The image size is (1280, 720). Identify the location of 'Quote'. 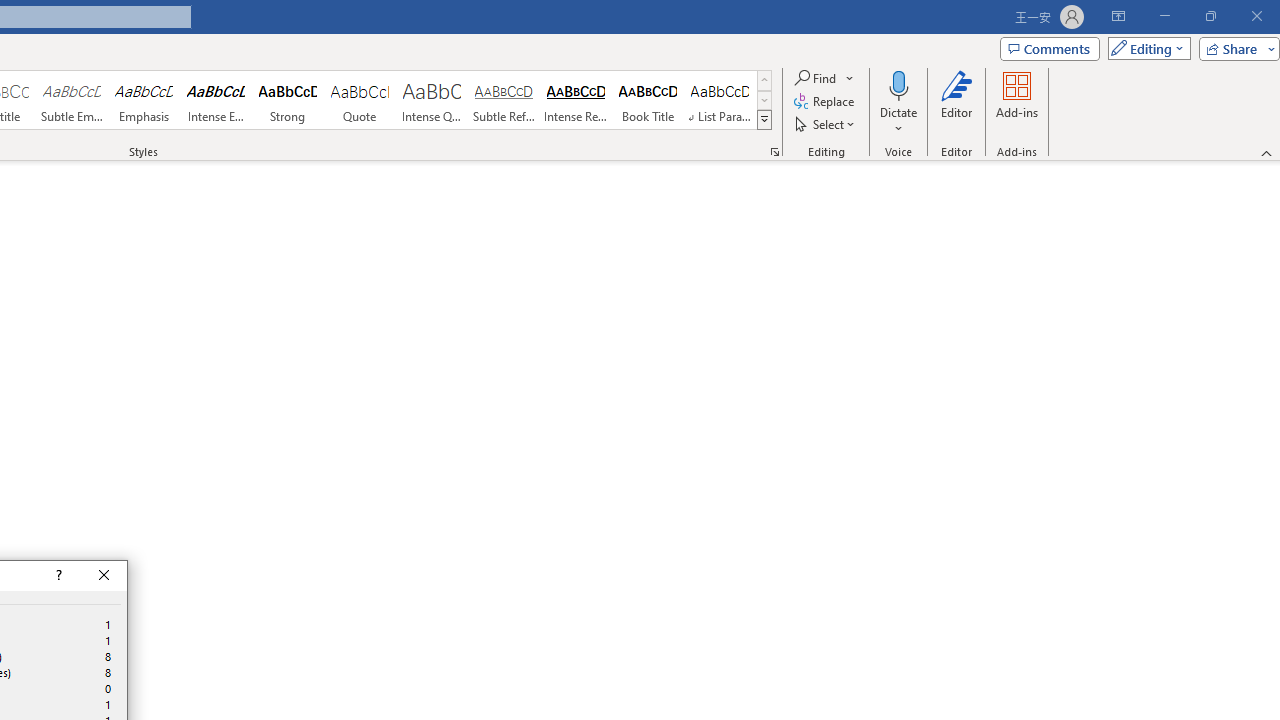
(359, 100).